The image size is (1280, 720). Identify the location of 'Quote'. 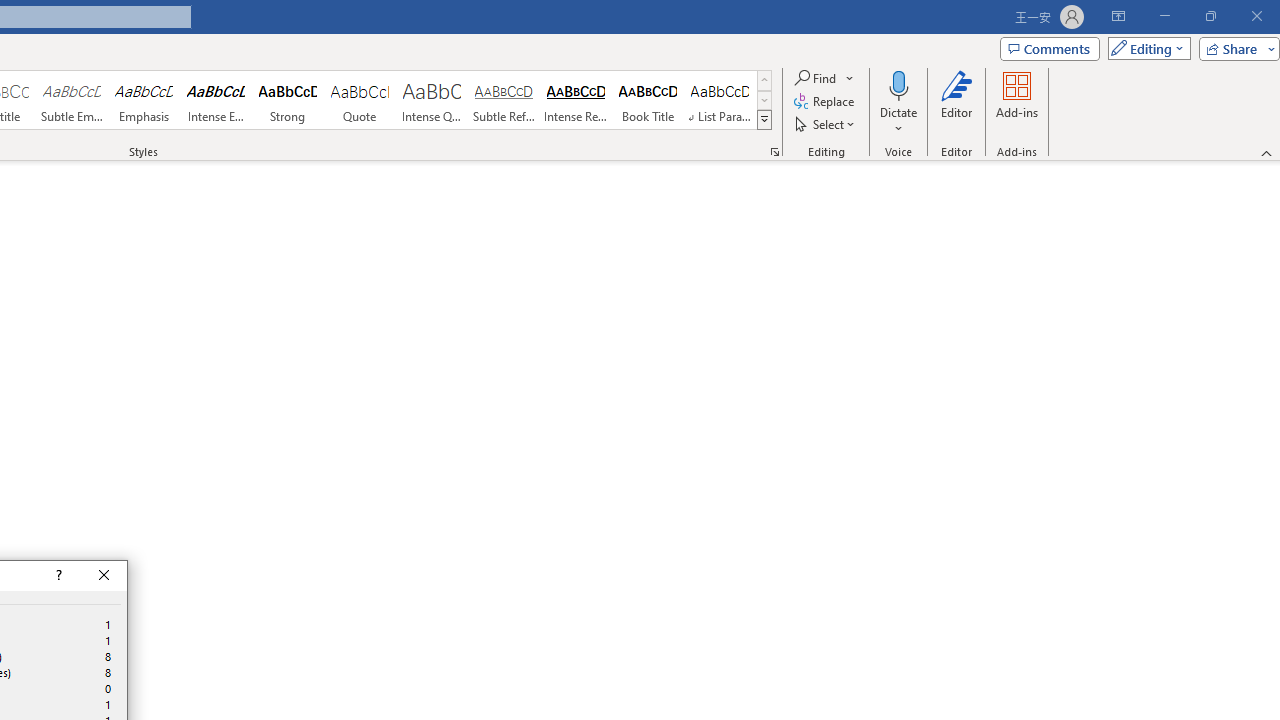
(359, 100).